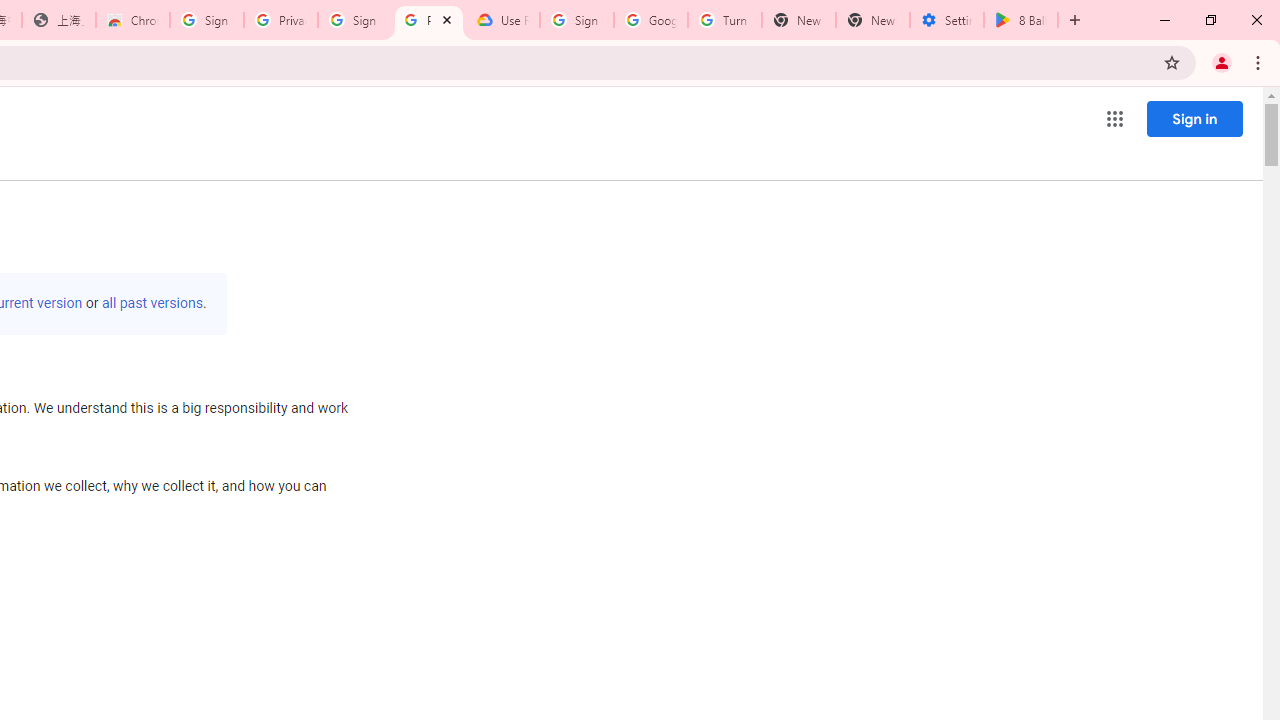 The height and width of the screenshot is (720, 1280). I want to click on 'Chrome Web Store - Color themes by Chrome', so click(132, 20).